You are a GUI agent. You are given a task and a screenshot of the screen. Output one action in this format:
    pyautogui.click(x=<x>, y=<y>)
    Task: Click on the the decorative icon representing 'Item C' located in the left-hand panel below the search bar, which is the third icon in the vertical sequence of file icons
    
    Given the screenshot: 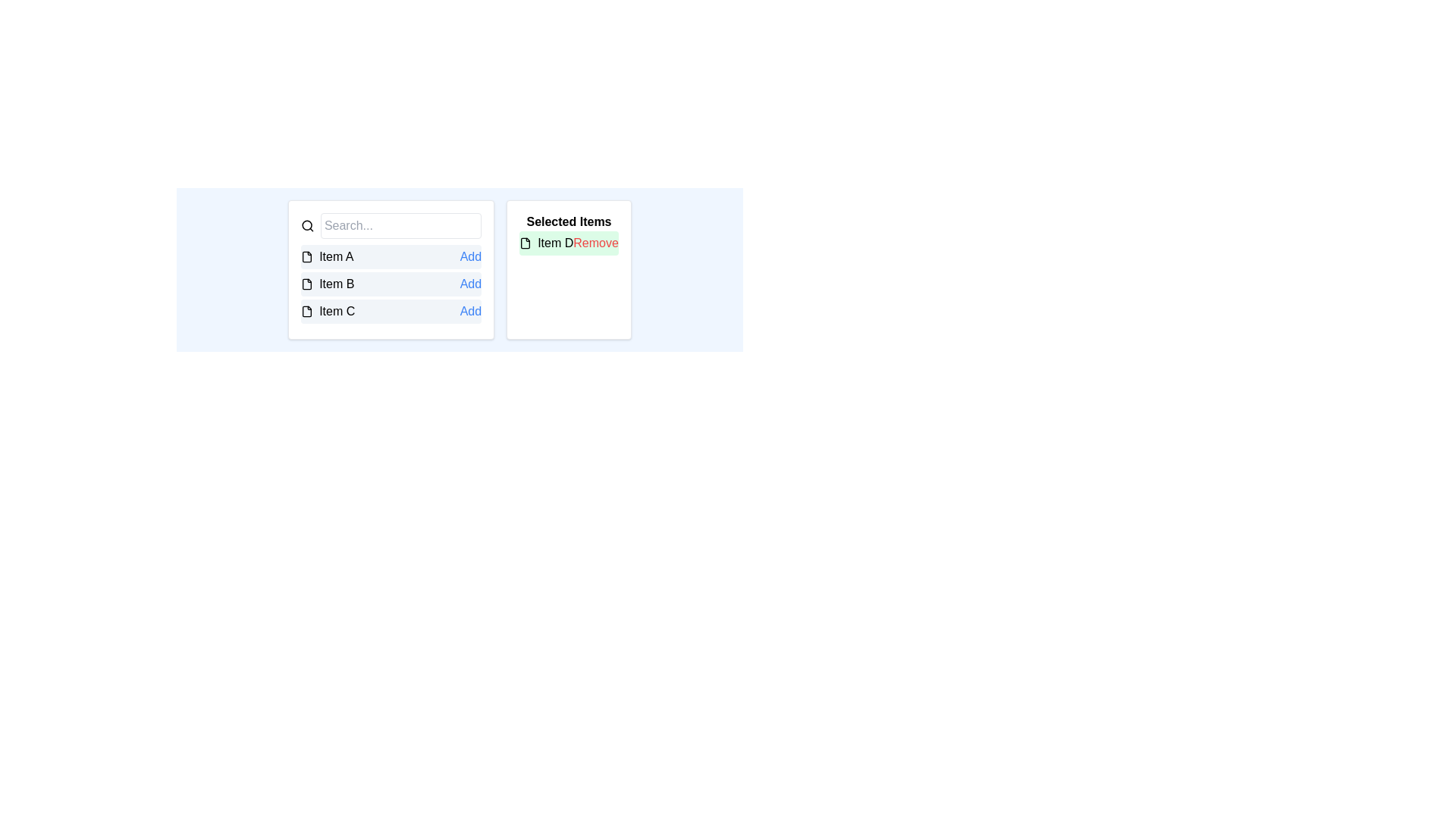 What is the action you would take?
    pyautogui.click(x=306, y=311)
    